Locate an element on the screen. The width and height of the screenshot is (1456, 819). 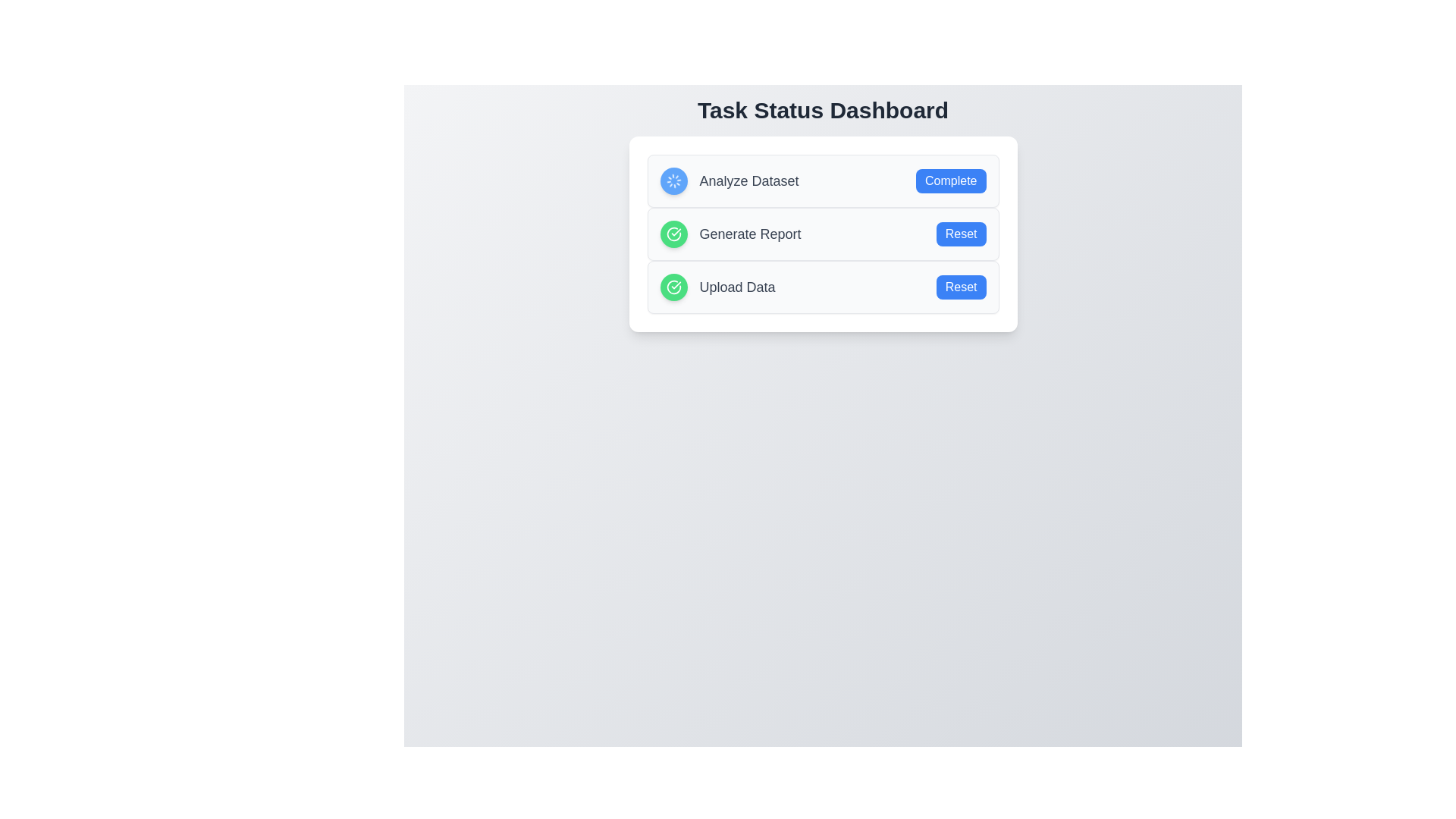
the third status icon that visually represents a completed or confirmed status for the associated task, located to the left of the 'Upload Data' label is located at coordinates (673, 234).